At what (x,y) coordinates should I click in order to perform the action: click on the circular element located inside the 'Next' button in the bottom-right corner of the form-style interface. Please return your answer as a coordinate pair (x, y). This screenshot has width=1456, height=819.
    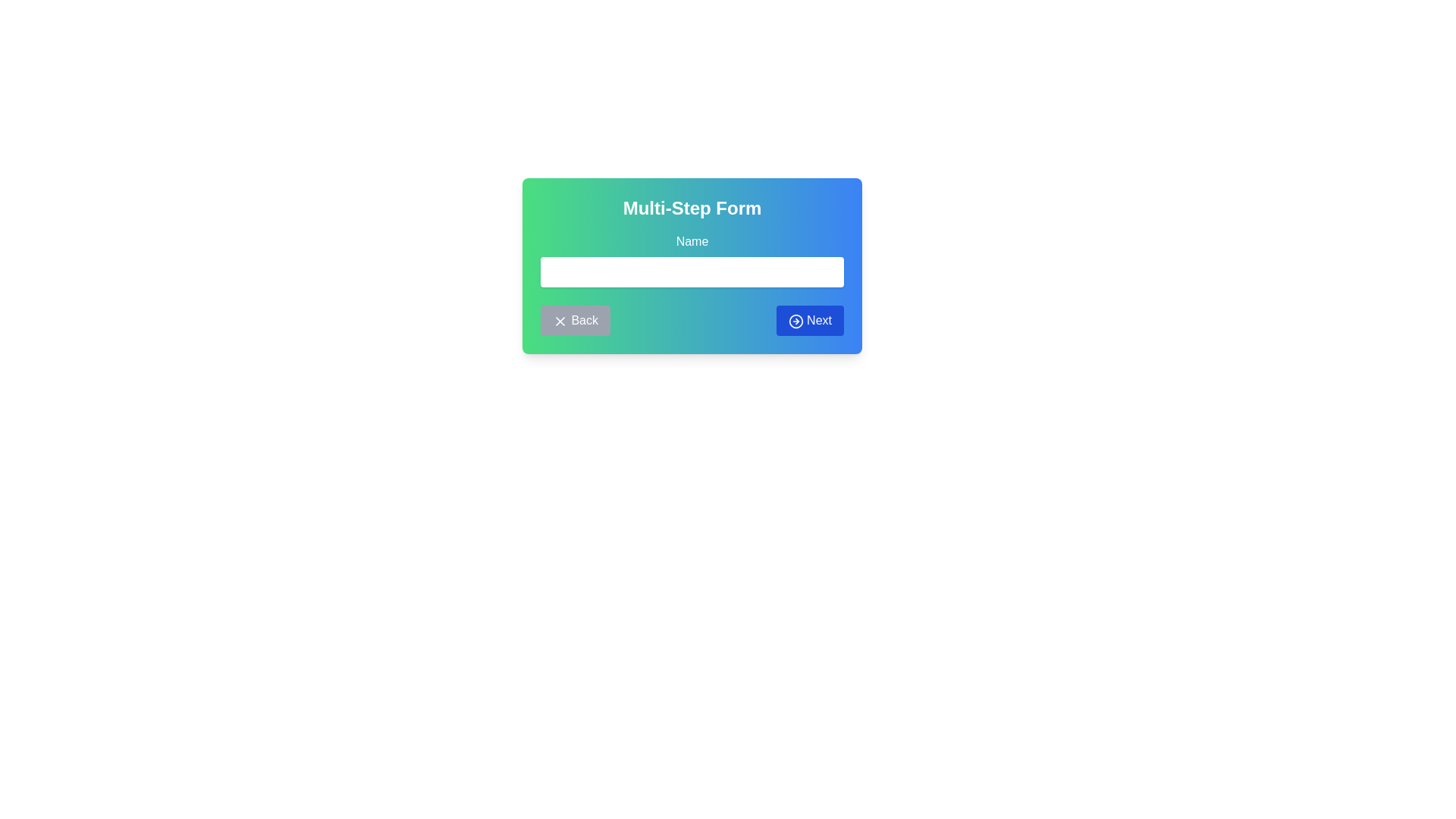
    Looking at the image, I should click on (795, 320).